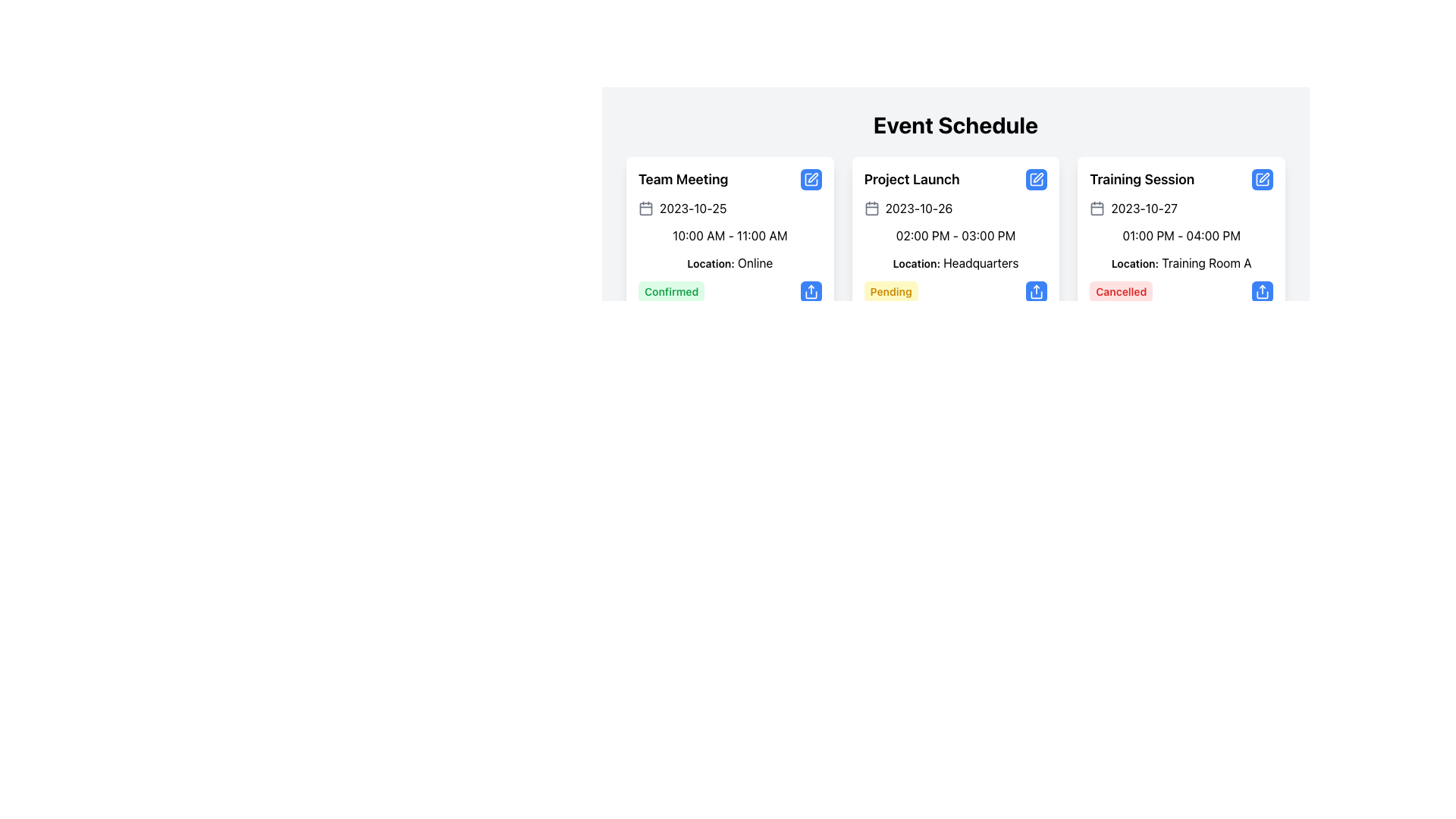 This screenshot has width=1456, height=819. I want to click on the 'Share' button located at the bottom-right corner of the 'Training Session' card, so click(1263, 292).